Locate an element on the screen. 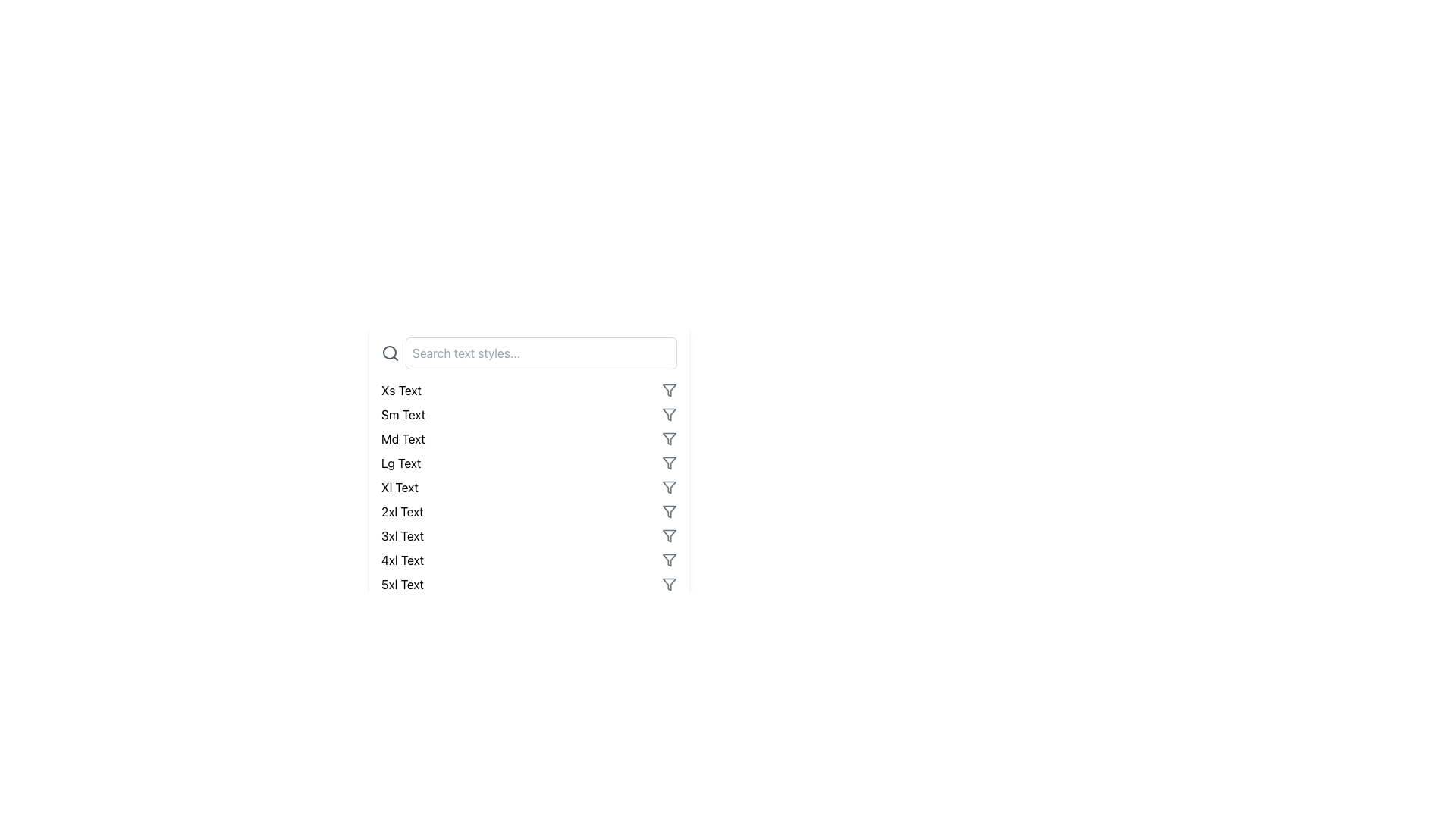  the text label displaying '5XL Text', which is the last entry in a vertical list of text components is located at coordinates (402, 584).